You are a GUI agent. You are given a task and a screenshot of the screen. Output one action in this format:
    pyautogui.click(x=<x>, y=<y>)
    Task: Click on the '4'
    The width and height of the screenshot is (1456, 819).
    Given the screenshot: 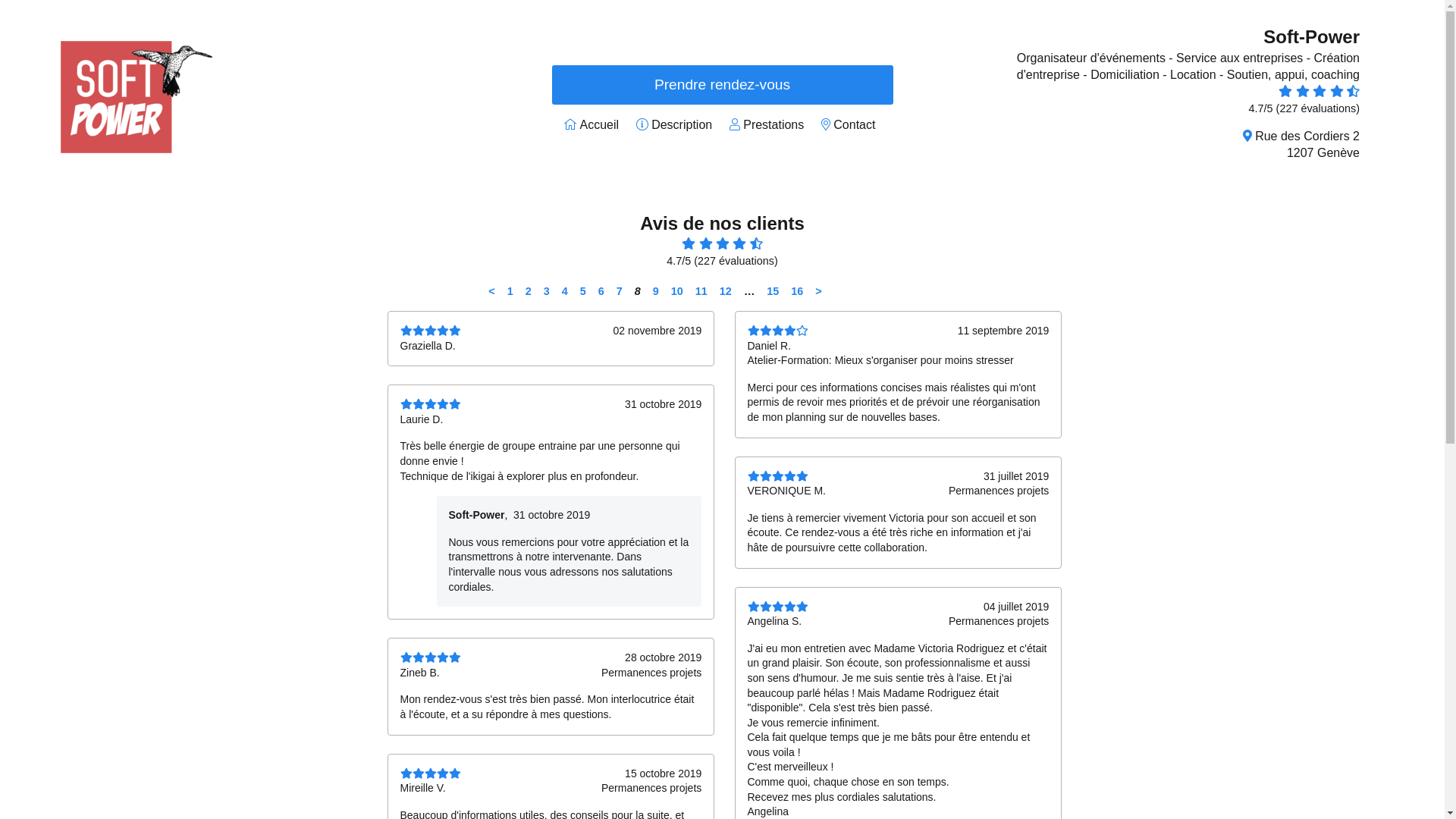 What is the action you would take?
    pyautogui.click(x=563, y=291)
    